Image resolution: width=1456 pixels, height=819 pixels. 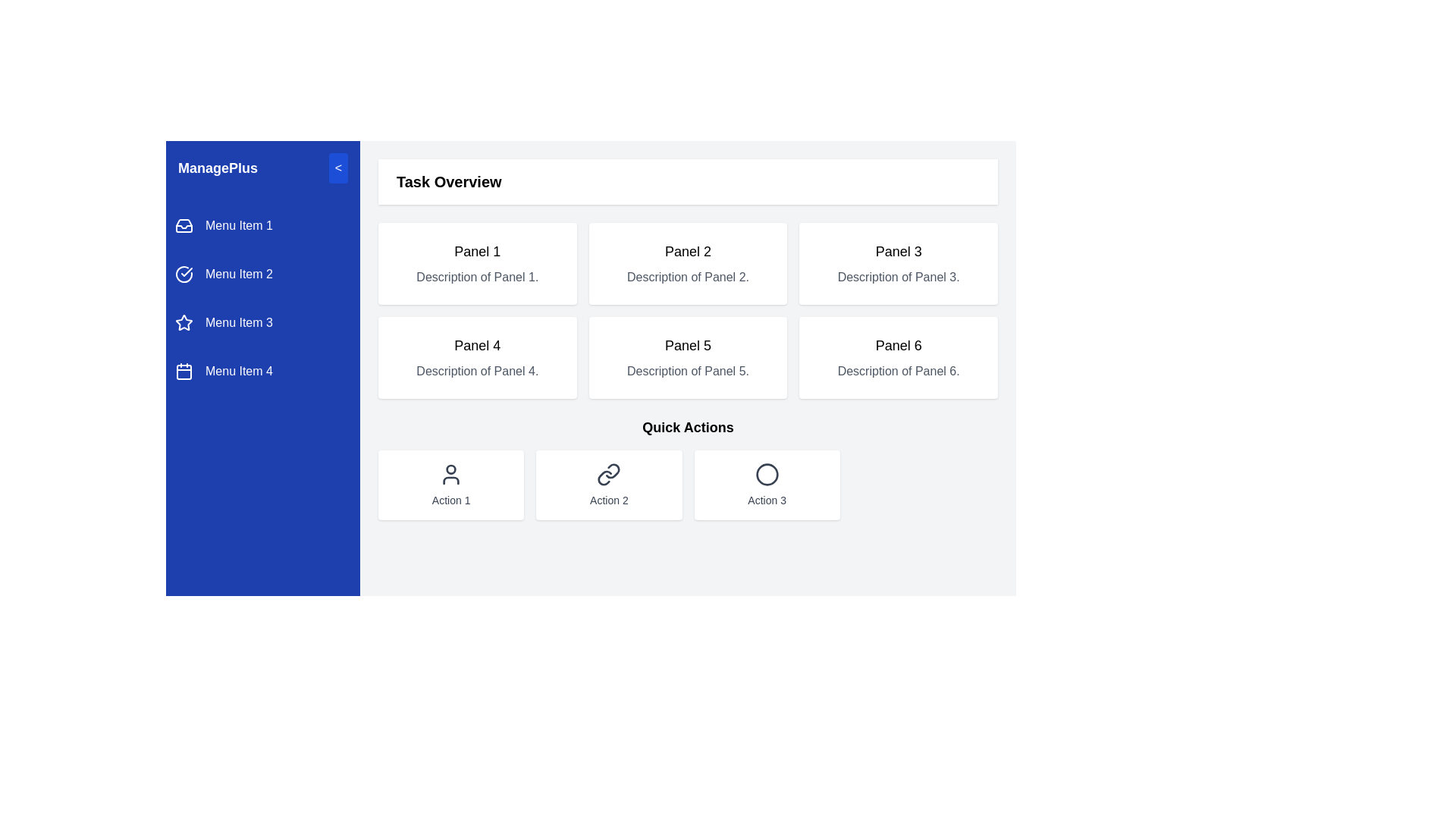 What do you see at coordinates (476, 371) in the screenshot?
I see `the static text label providing additional detail about the 'Panel 4' section, located in the lower portion of the third card in the second row of the card grid layout` at bounding box center [476, 371].